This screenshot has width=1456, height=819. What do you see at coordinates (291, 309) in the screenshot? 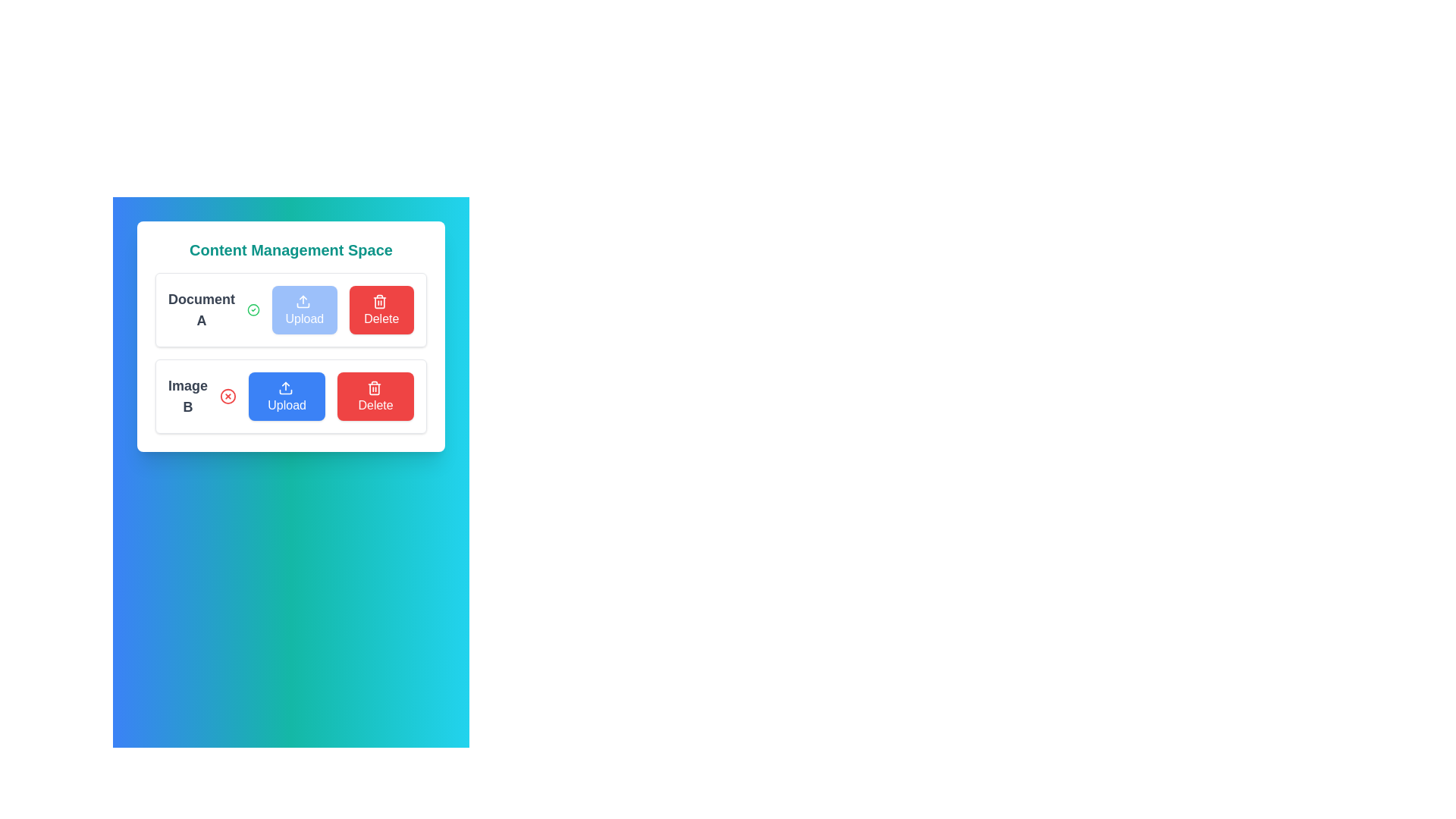
I see `the 'Upload' button with a blue background and white text, located to the right of the label 'Document A'` at bounding box center [291, 309].